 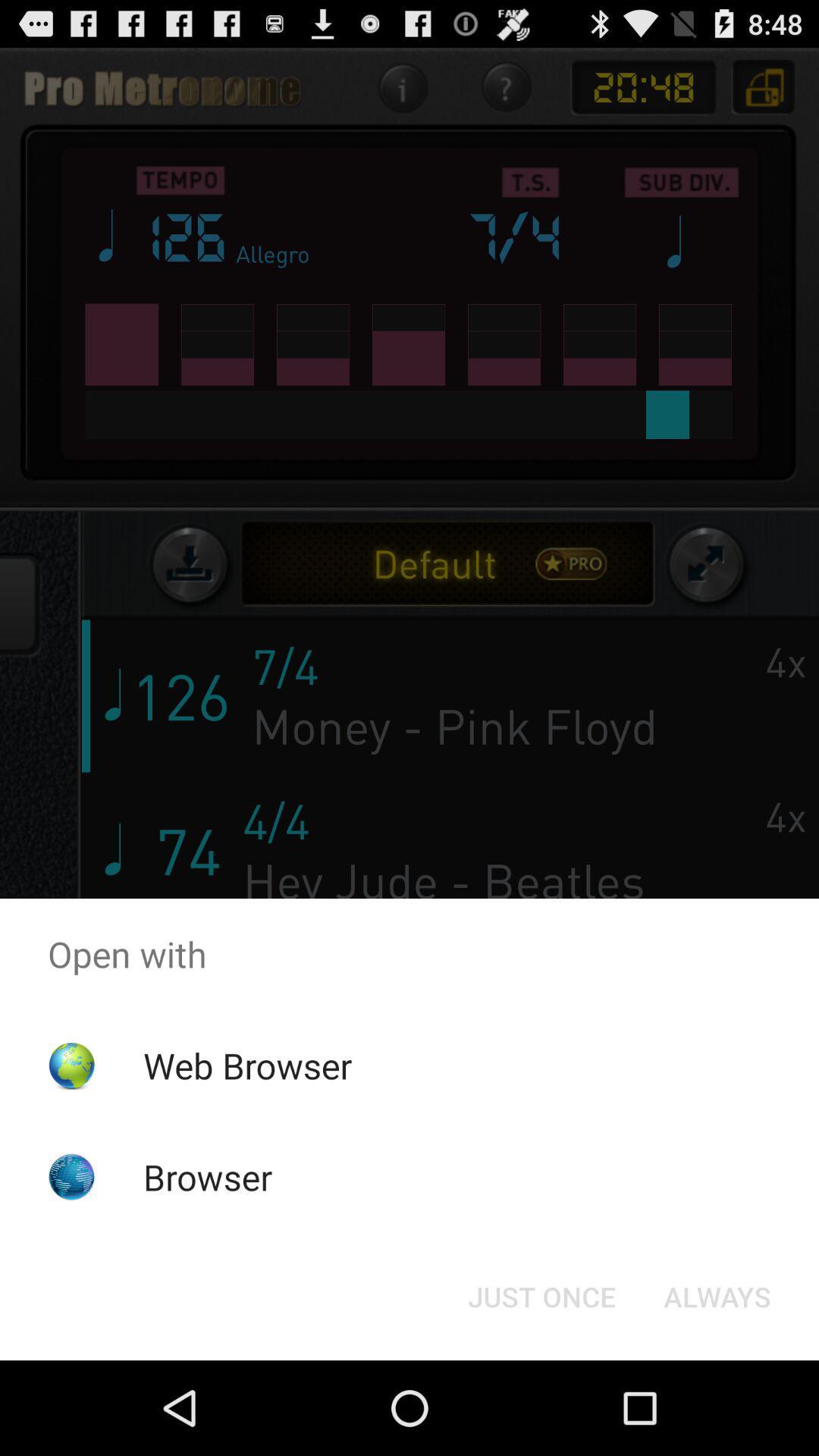 I want to click on always icon, so click(x=717, y=1295).